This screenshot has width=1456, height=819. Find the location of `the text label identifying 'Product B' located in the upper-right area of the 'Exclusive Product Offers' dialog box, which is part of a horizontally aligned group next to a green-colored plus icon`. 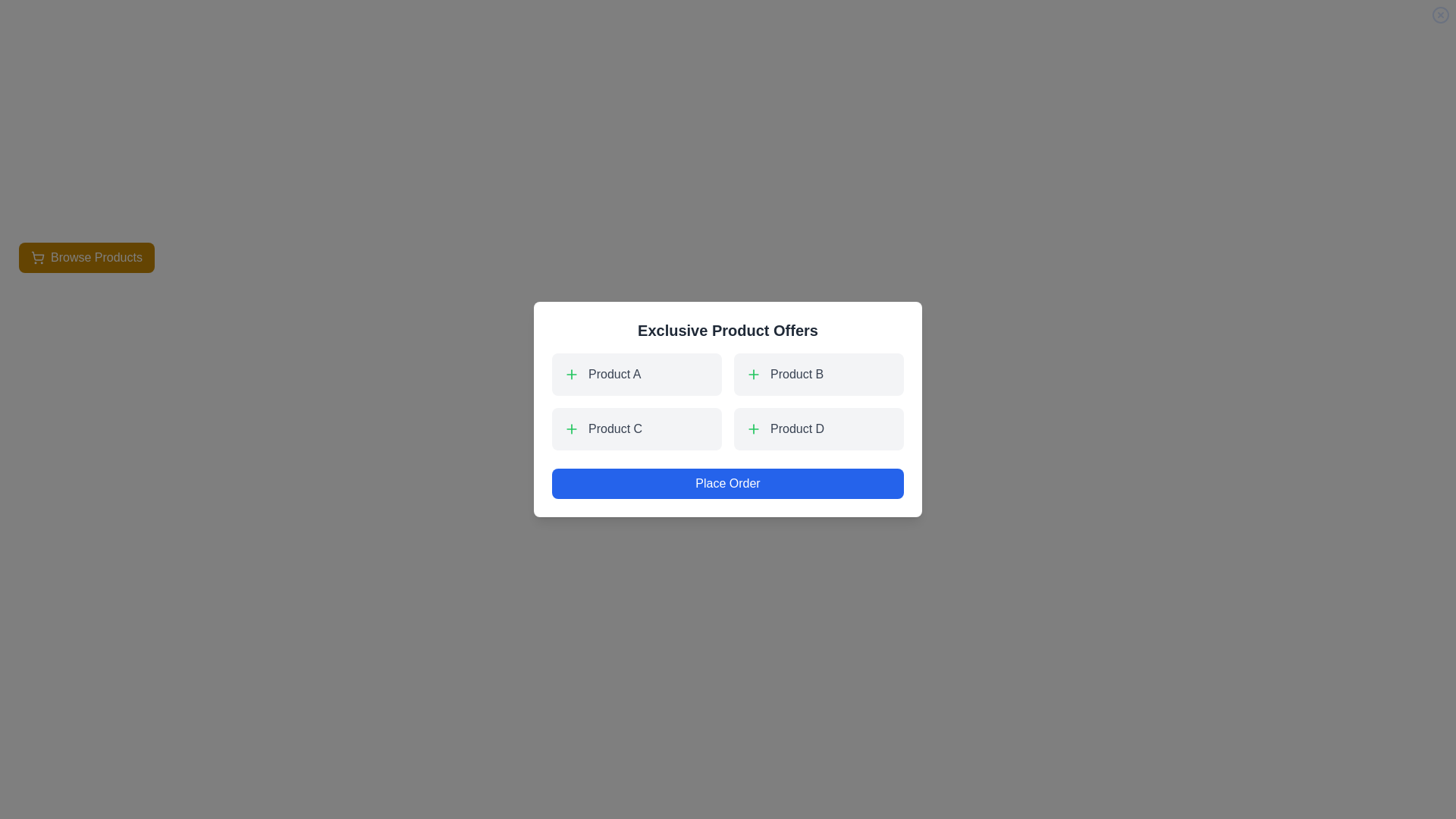

the text label identifying 'Product B' located in the upper-right area of the 'Exclusive Product Offers' dialog box, which is part of a horizontally aligned group next to a green-colored plus icon is located at coordinates (796, 374).